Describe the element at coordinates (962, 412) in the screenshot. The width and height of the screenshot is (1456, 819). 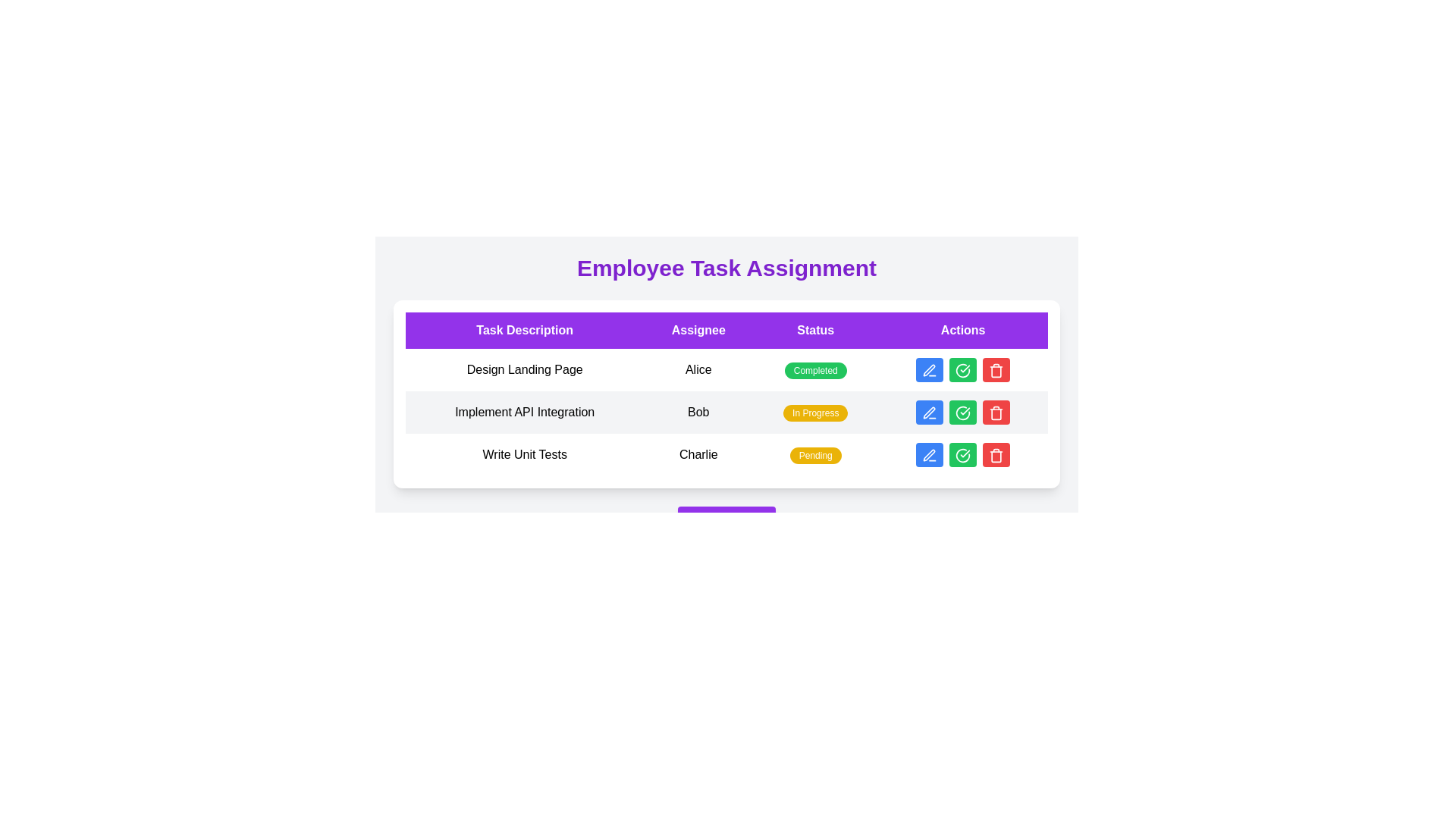
I see `the green button with rounded corners and a checkmark icon in the 'Actions' column for 'Bob' to trigger tooltip or effects` at that location.